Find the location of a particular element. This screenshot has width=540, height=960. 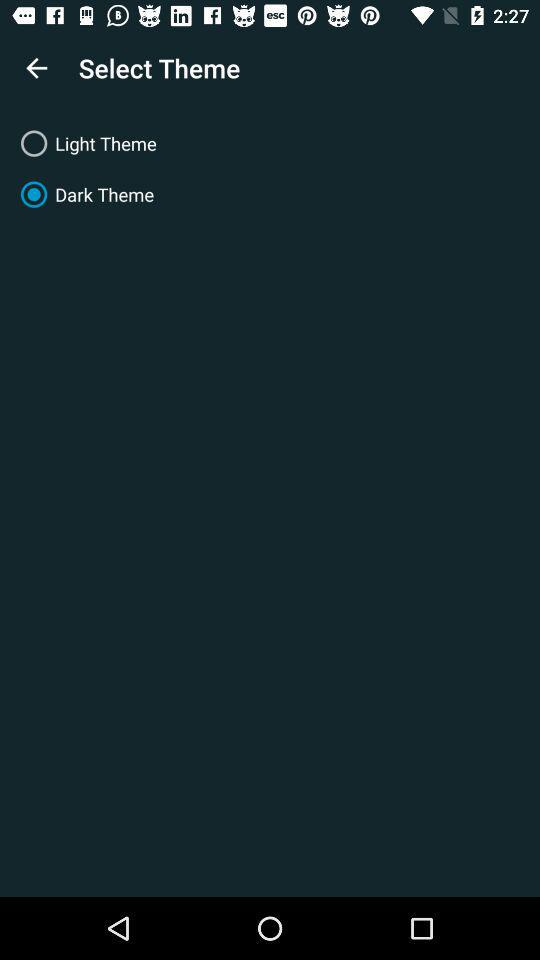

icon above dark theme icon is located at coordinates (270, 142).